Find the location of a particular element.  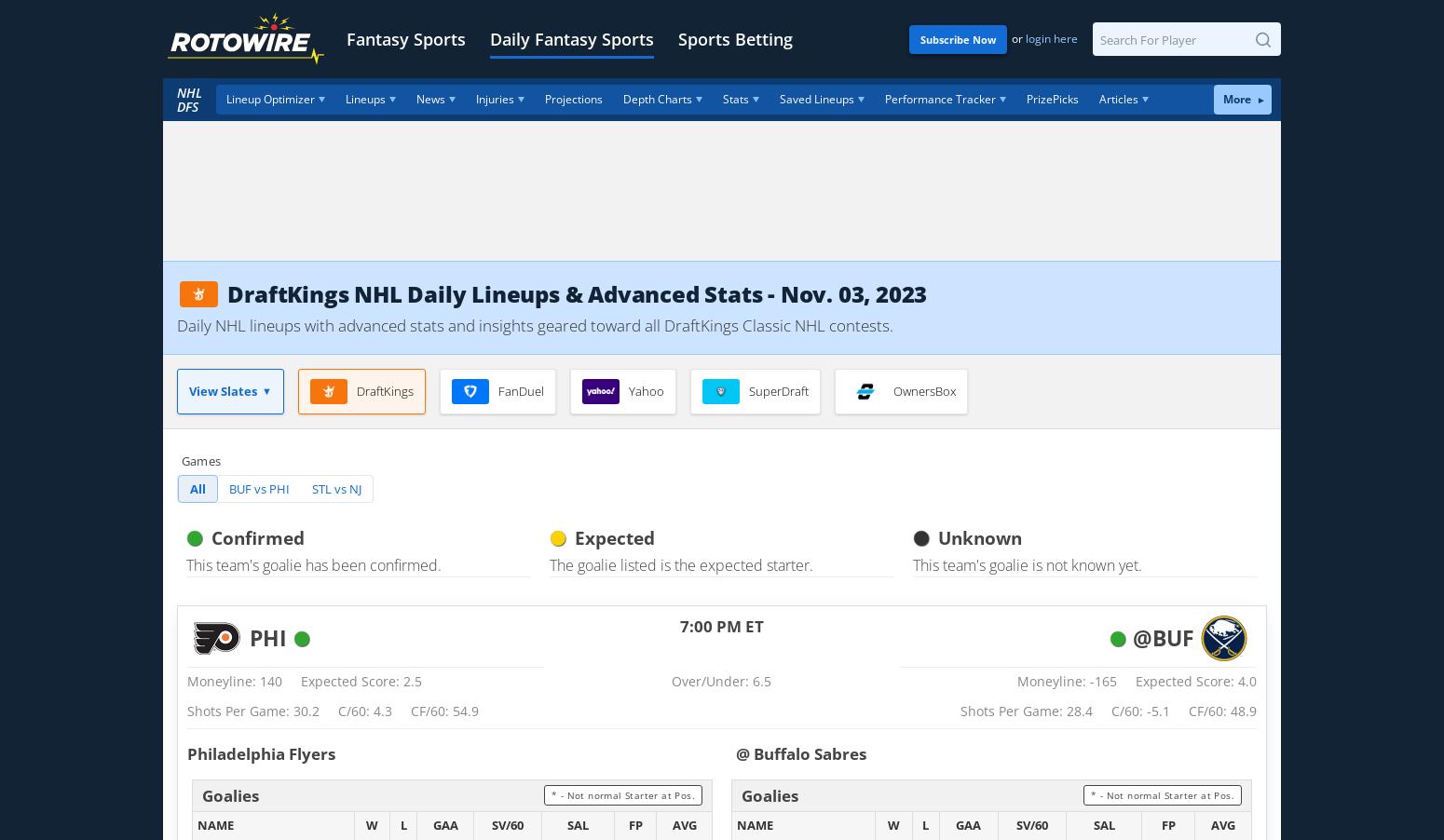

'Depth Charts' is located at coordinates (621, 99).